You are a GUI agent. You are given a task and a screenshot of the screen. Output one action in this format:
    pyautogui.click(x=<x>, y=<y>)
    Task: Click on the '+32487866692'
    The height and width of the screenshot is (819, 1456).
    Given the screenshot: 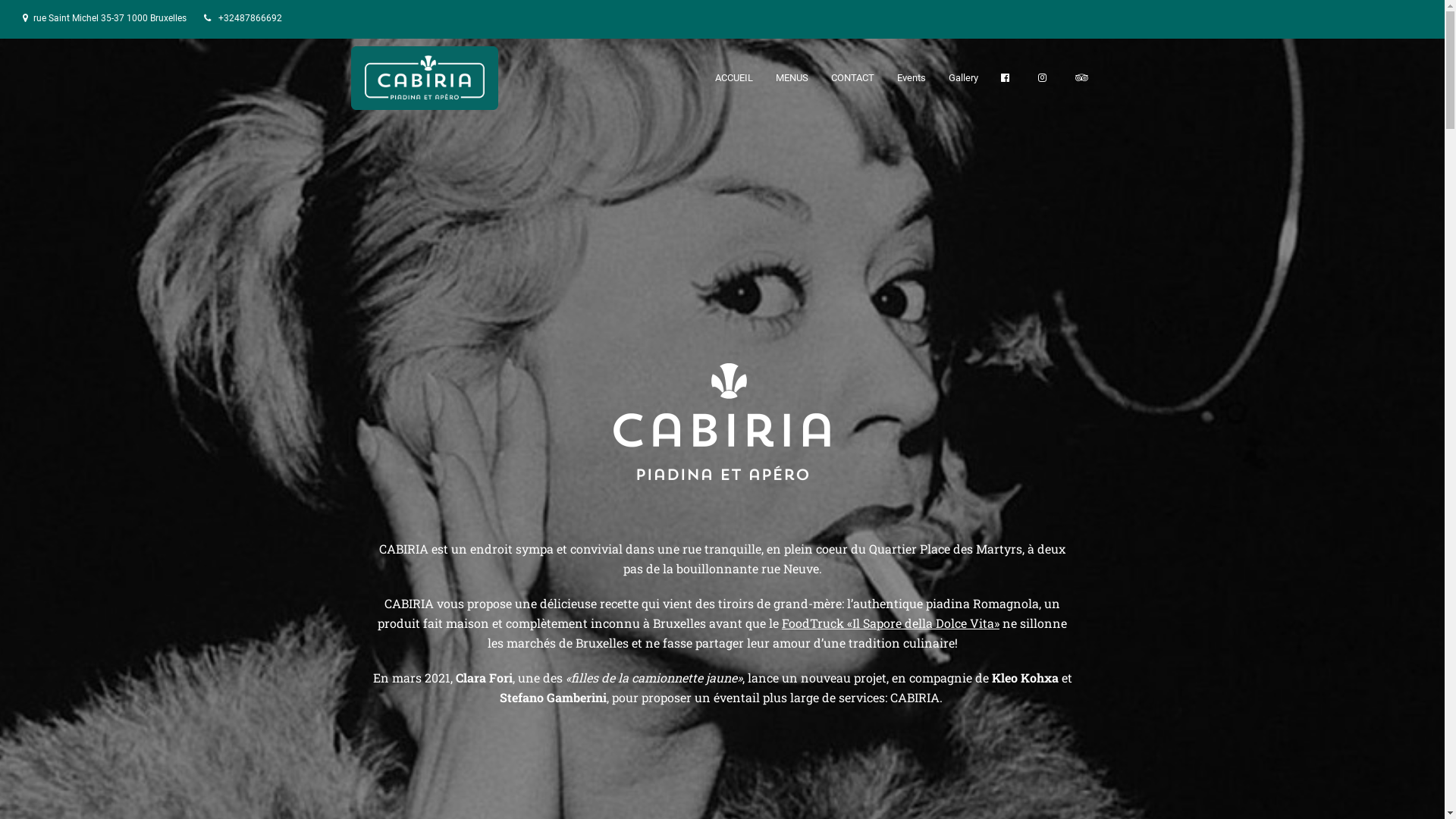 What is the action you would take?
    pyautogui.click(x=250, y=17)
    